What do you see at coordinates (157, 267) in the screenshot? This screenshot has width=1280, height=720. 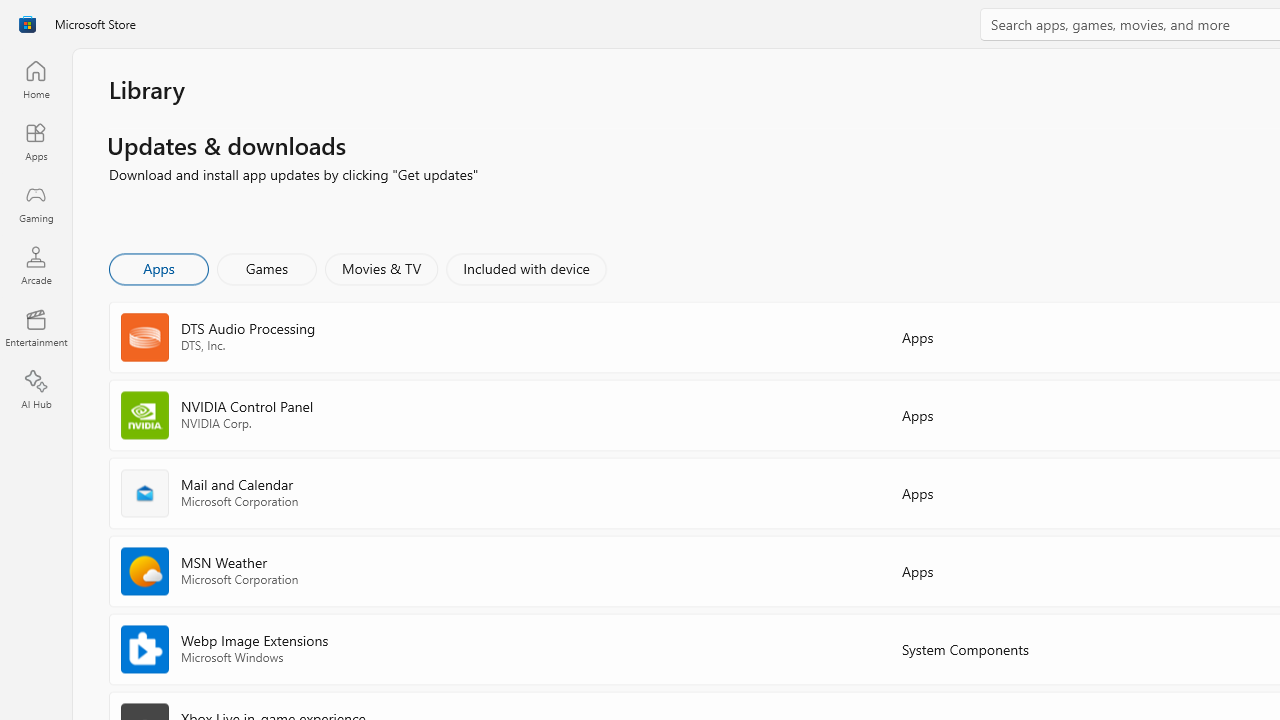 I see `'Apps'` at bounding box center [157, 267].